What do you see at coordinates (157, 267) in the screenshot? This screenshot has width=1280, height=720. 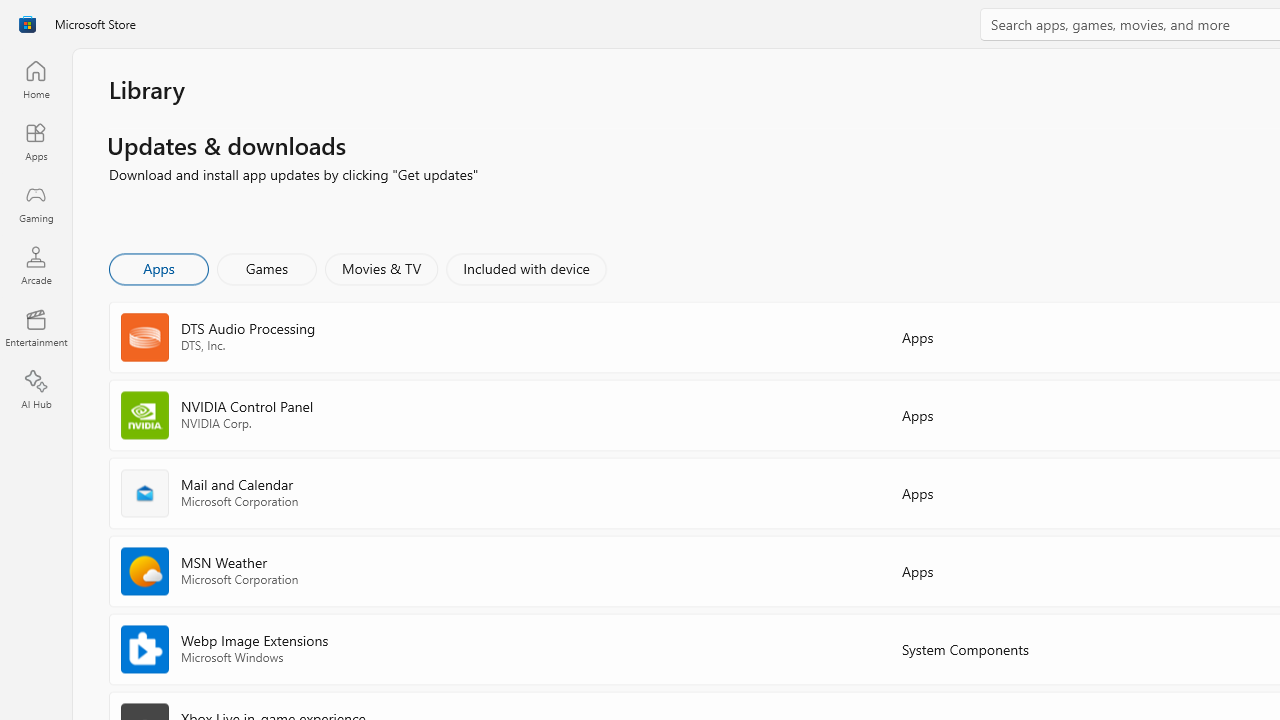 I see `'Apps'` at bounding box center [157, 267].